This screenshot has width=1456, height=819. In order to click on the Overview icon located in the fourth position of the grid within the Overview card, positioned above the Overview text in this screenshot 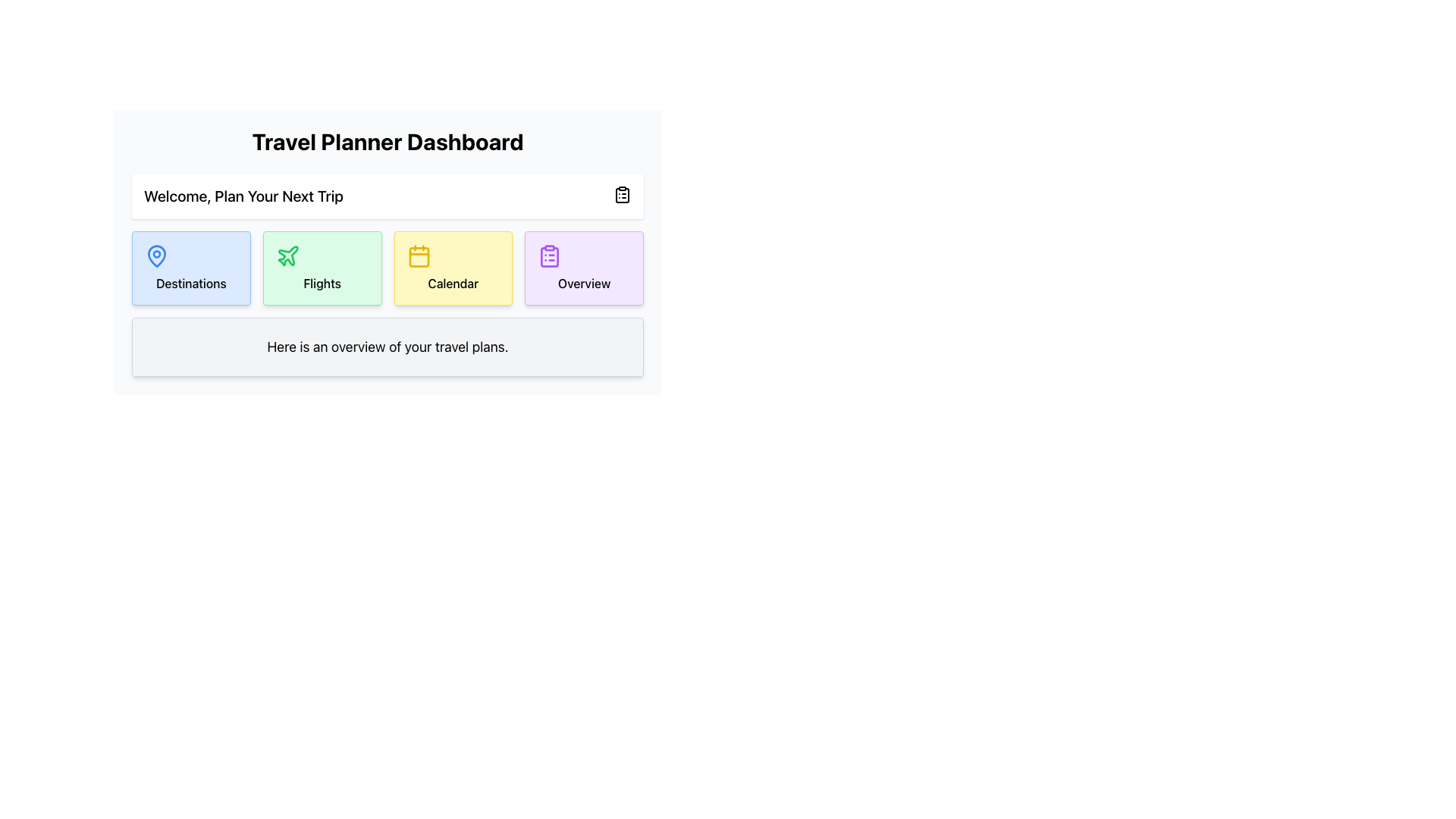, I will do `click(548, 256)`.